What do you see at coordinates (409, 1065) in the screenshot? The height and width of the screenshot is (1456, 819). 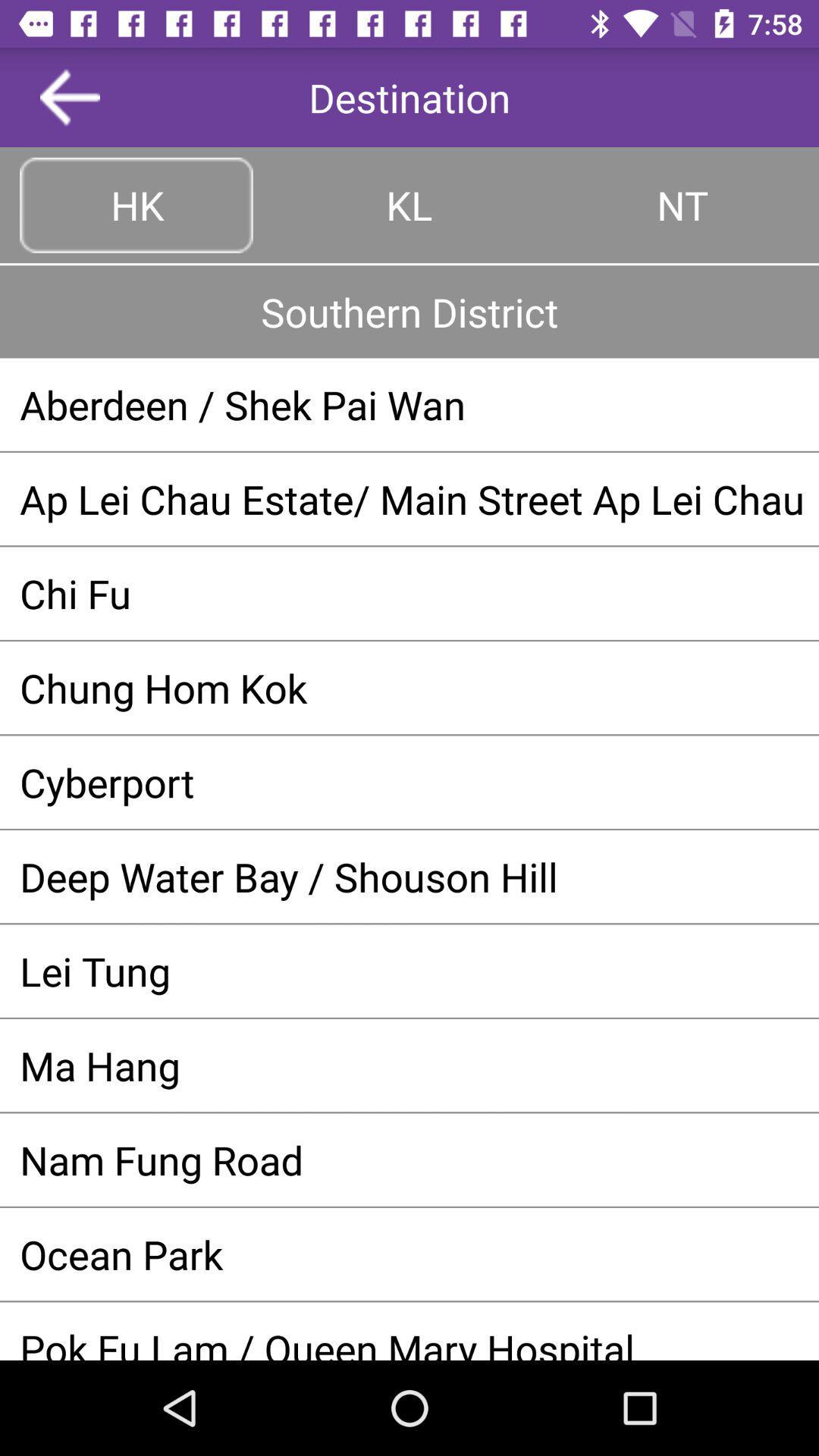 I see `ma hang app` at bounding box center [409, 1065].